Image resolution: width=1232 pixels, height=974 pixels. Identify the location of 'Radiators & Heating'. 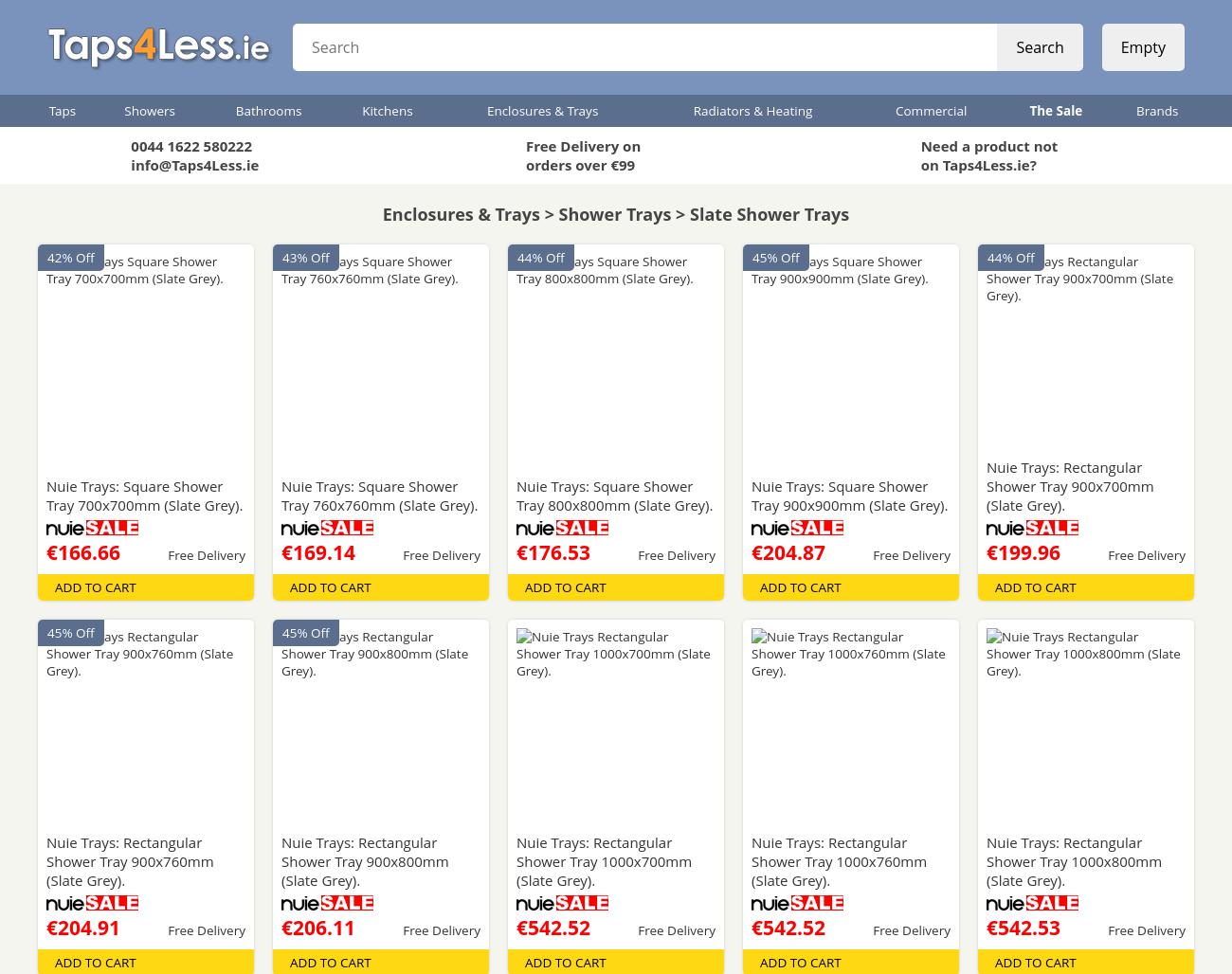
(752, 109).